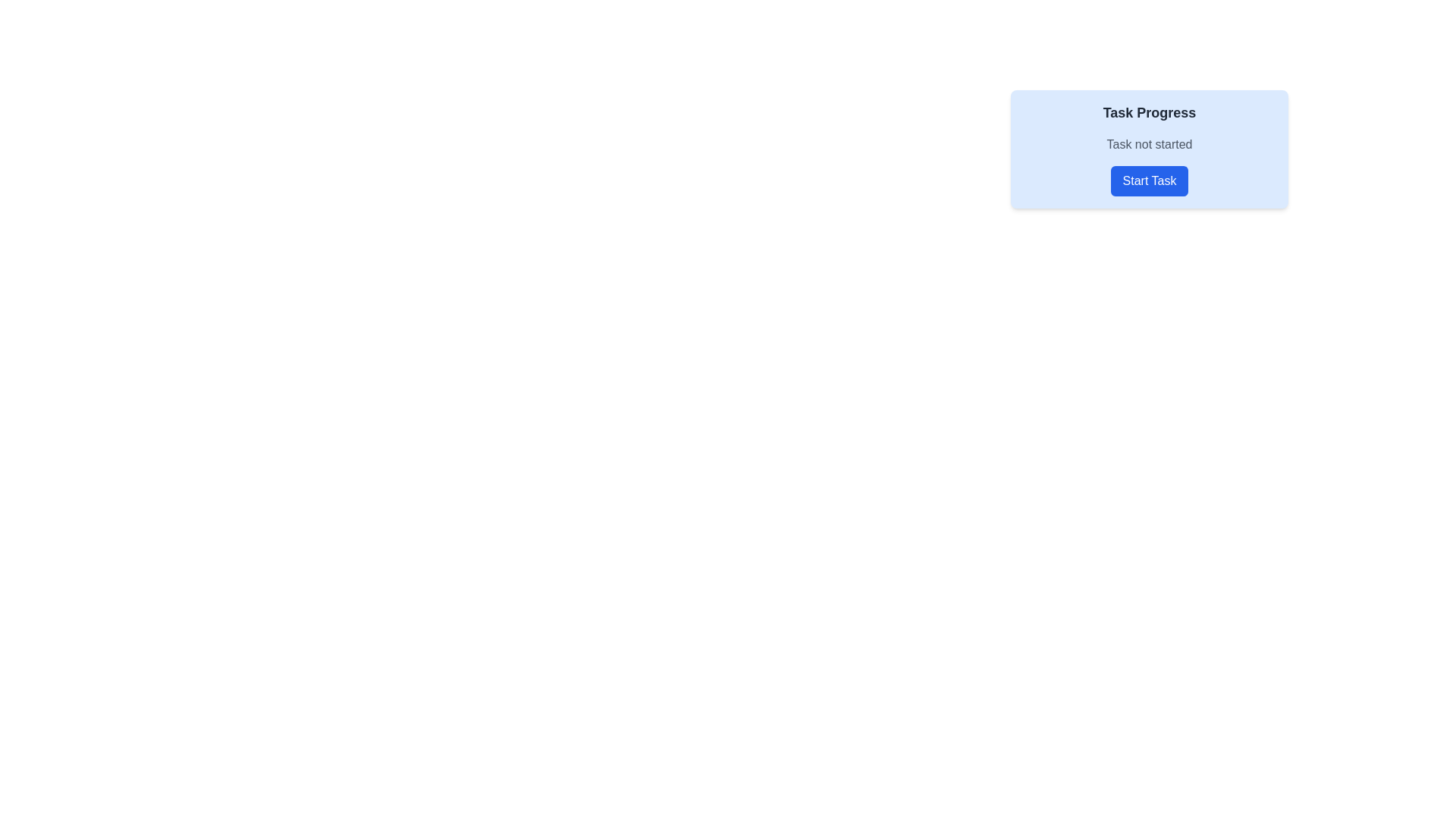  What do you see at coordinates (1150, 180) in the screenshot?
I see `the third button below the 'Task Progress' and 'Task not started' text elements` at bounding box center [1150, 180].